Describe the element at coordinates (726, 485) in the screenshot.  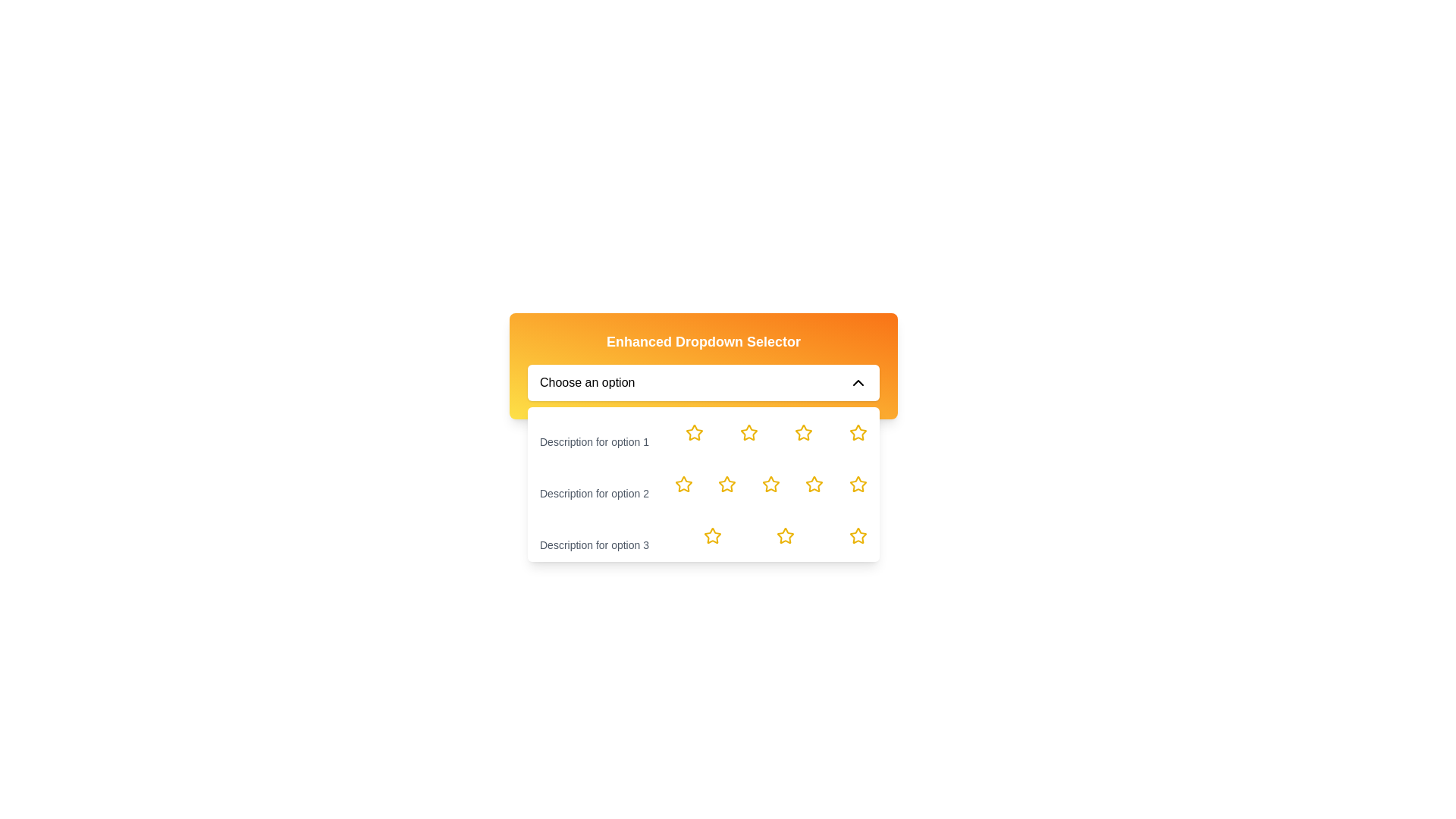
I see `the third star icon in the rating system associated with 'Option 2'` at that location.